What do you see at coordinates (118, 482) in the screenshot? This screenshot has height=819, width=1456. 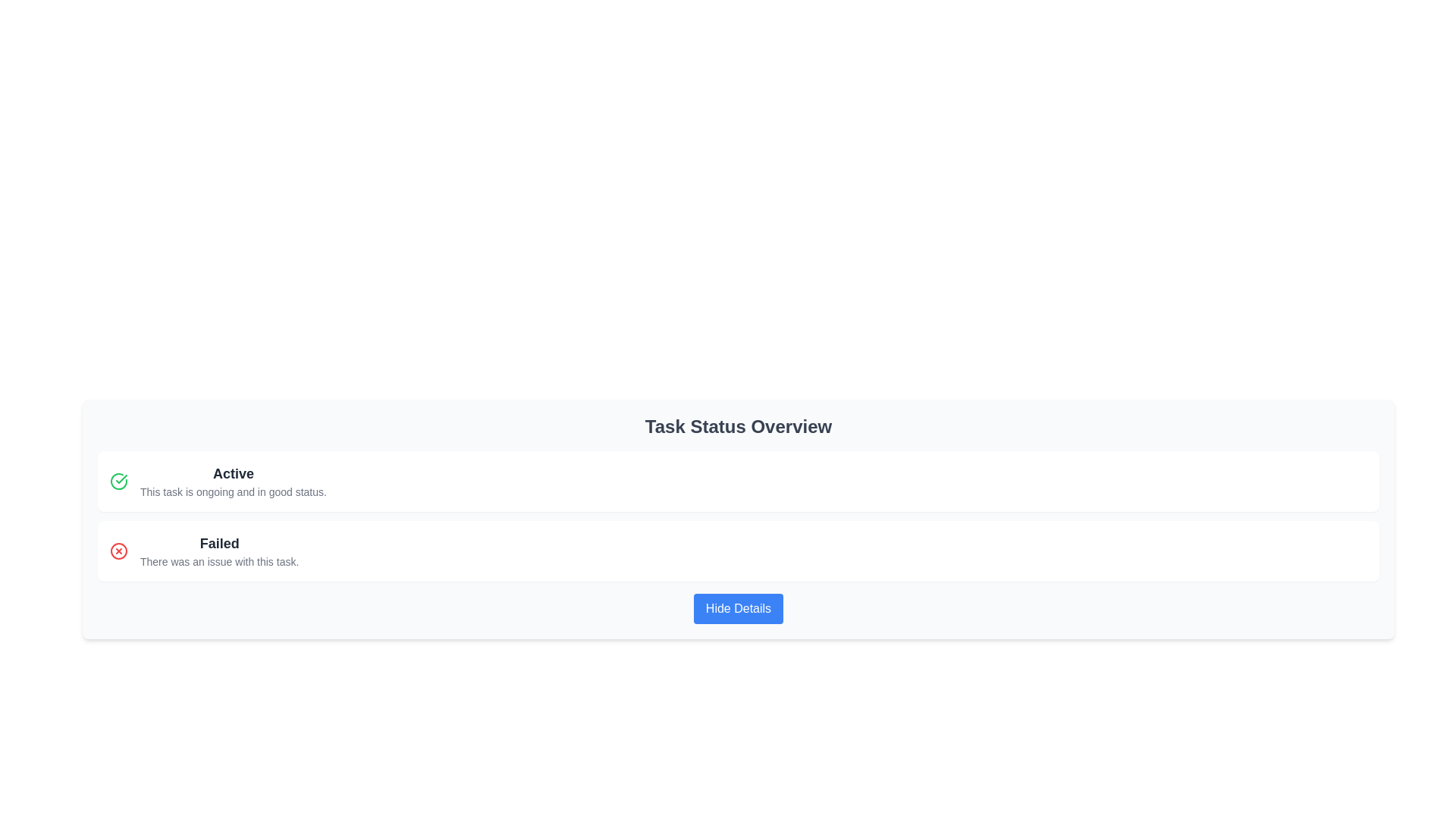 I see `the green circular icon with a checkmark symbol, which indicates a successful status, located to the left of the 'Active' label` at bounding box center [118, 482].